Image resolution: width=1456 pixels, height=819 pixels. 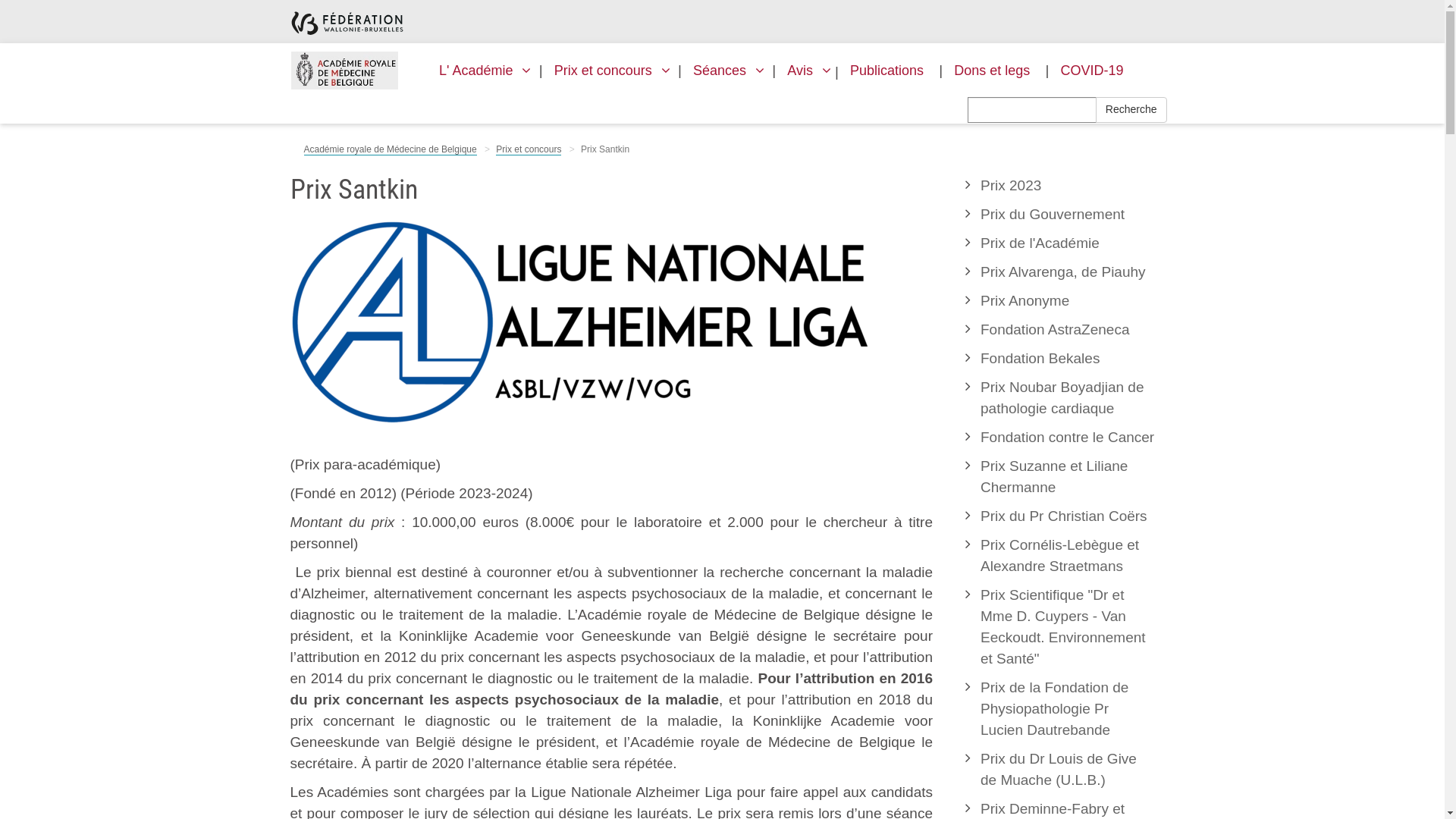 What do you see at coordinates (1066, 329) in the screenshot?
I see `'Fondation AstraZeneca'` at bounding box center [1066, 329].